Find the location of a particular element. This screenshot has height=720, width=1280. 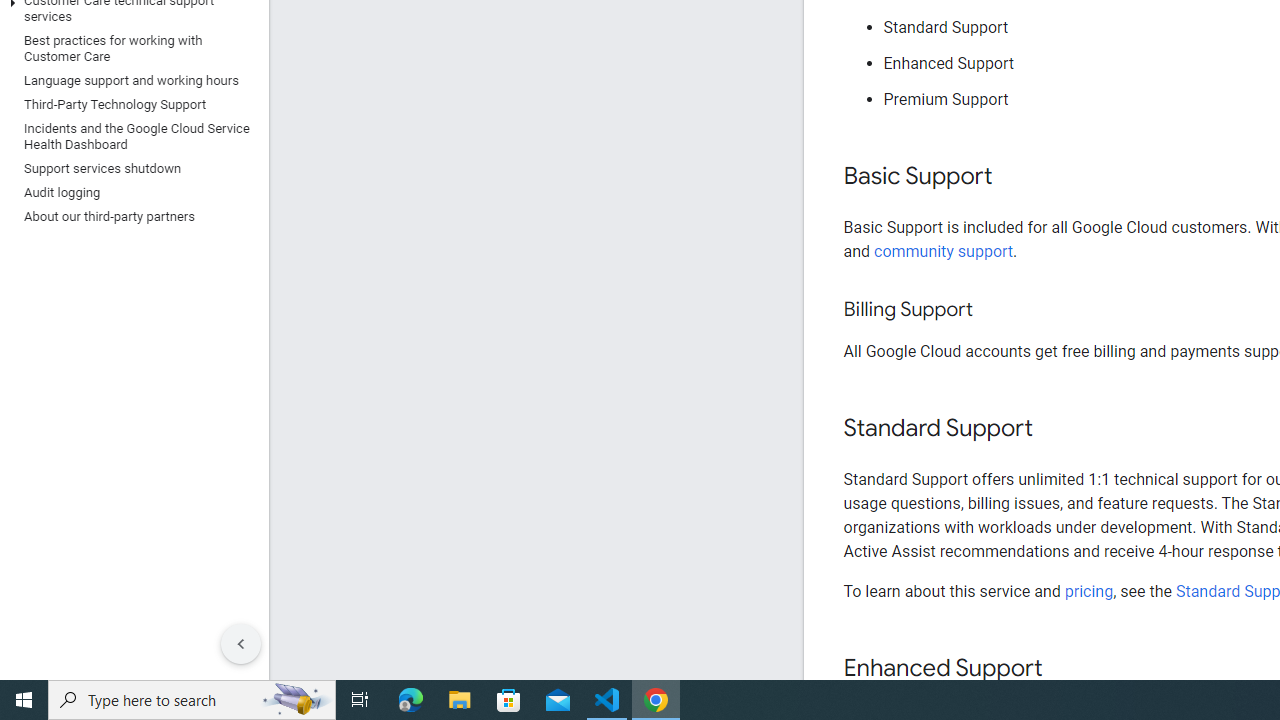

'Copy link to this section: Enhanced Support' is located at coordinates (1061, 669).